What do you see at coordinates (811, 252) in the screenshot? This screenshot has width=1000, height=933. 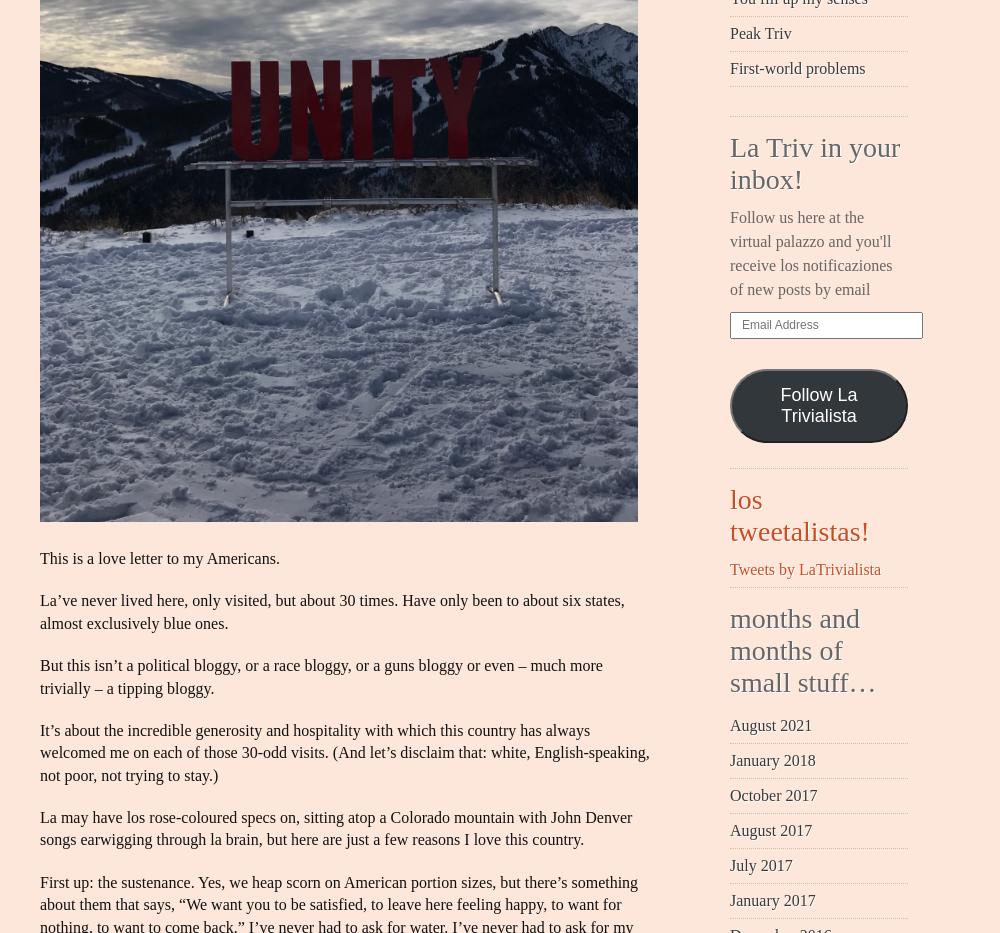 I see `'Follow us here at the virtual palazzo and you'll receive los notificaziones of new posts by email'` at bounding box center [811, 252].